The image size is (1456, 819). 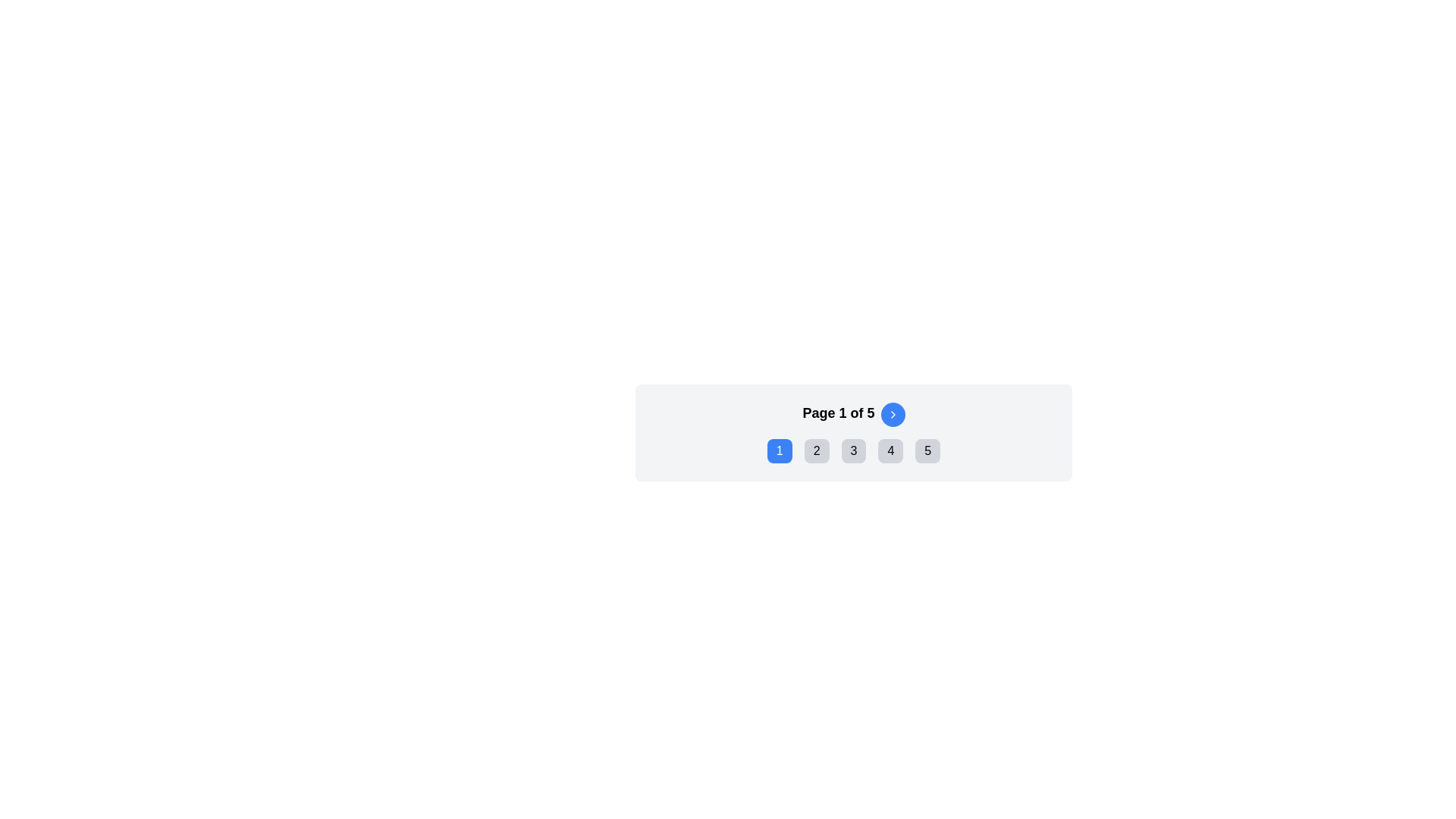 I want to click on text label indicating the current page number (1) out of total pages (5) located on the left side of the pagination group, so click(x=837, y=415).